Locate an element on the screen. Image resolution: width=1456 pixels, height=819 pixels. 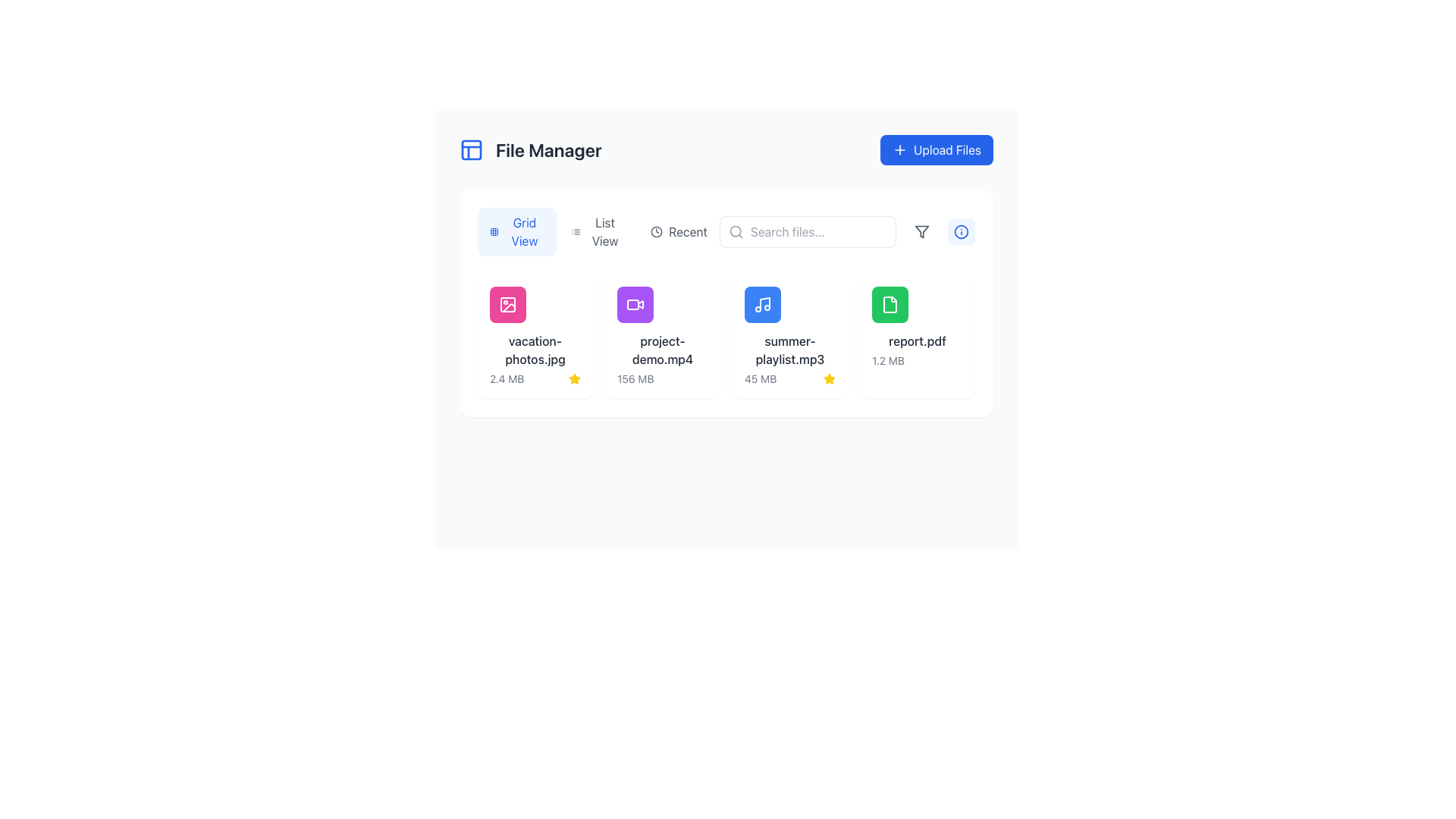
the 'File Manager' icon located to the immediate left of the 'File Manager' text in the header by clicking on it is located at coordinates (471, 149).